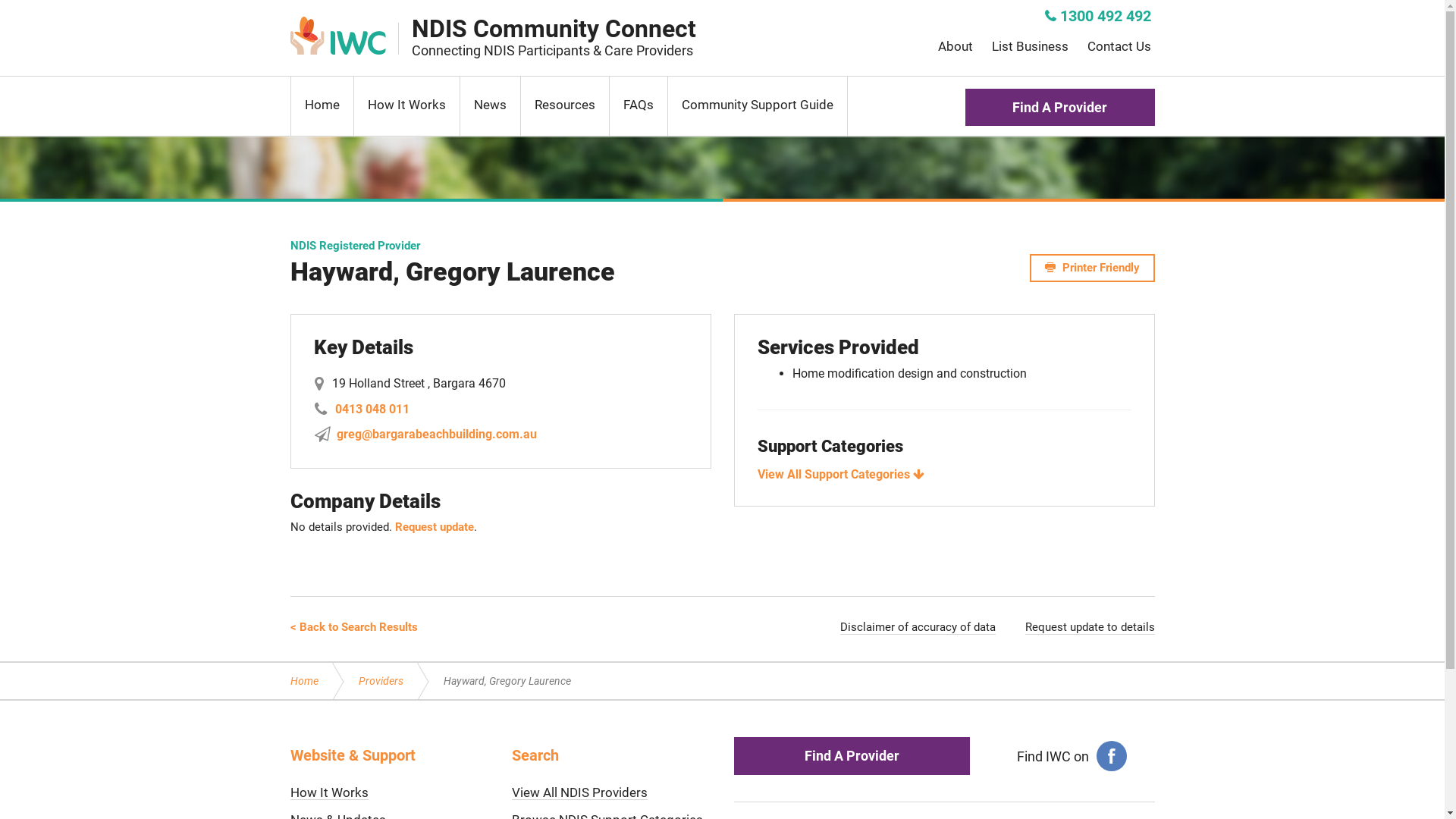  What do you see at coordinates (436, 434) in the screenshot?
I see `'greg@bargarabeachbuilding.com.au'` at bounding box center [436, 434].